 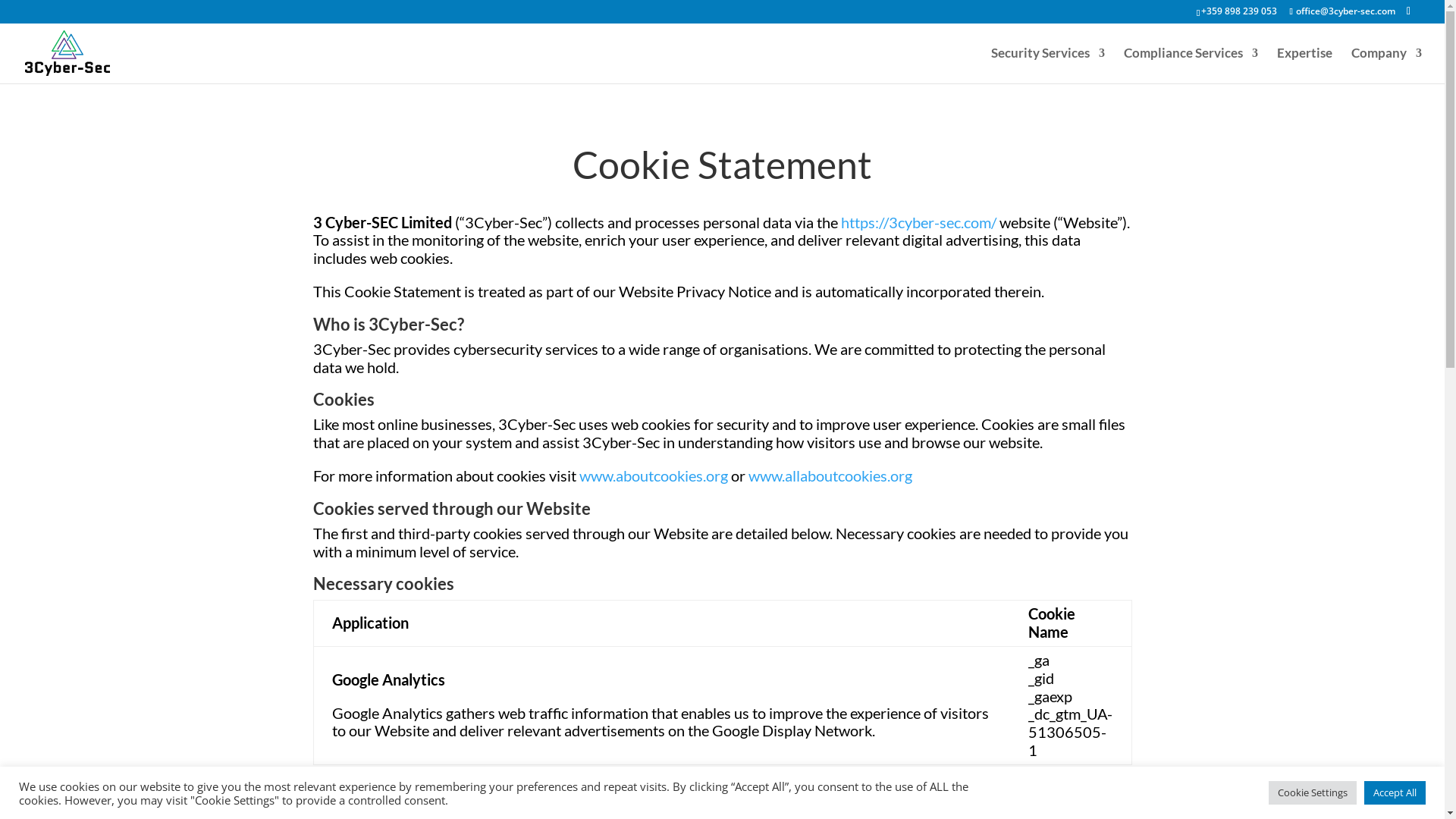 What do you see at coordinates (839, 222) in the screenshot?
I see `'https://3cyber-sec.com/'` at bounding box center [839, 222].